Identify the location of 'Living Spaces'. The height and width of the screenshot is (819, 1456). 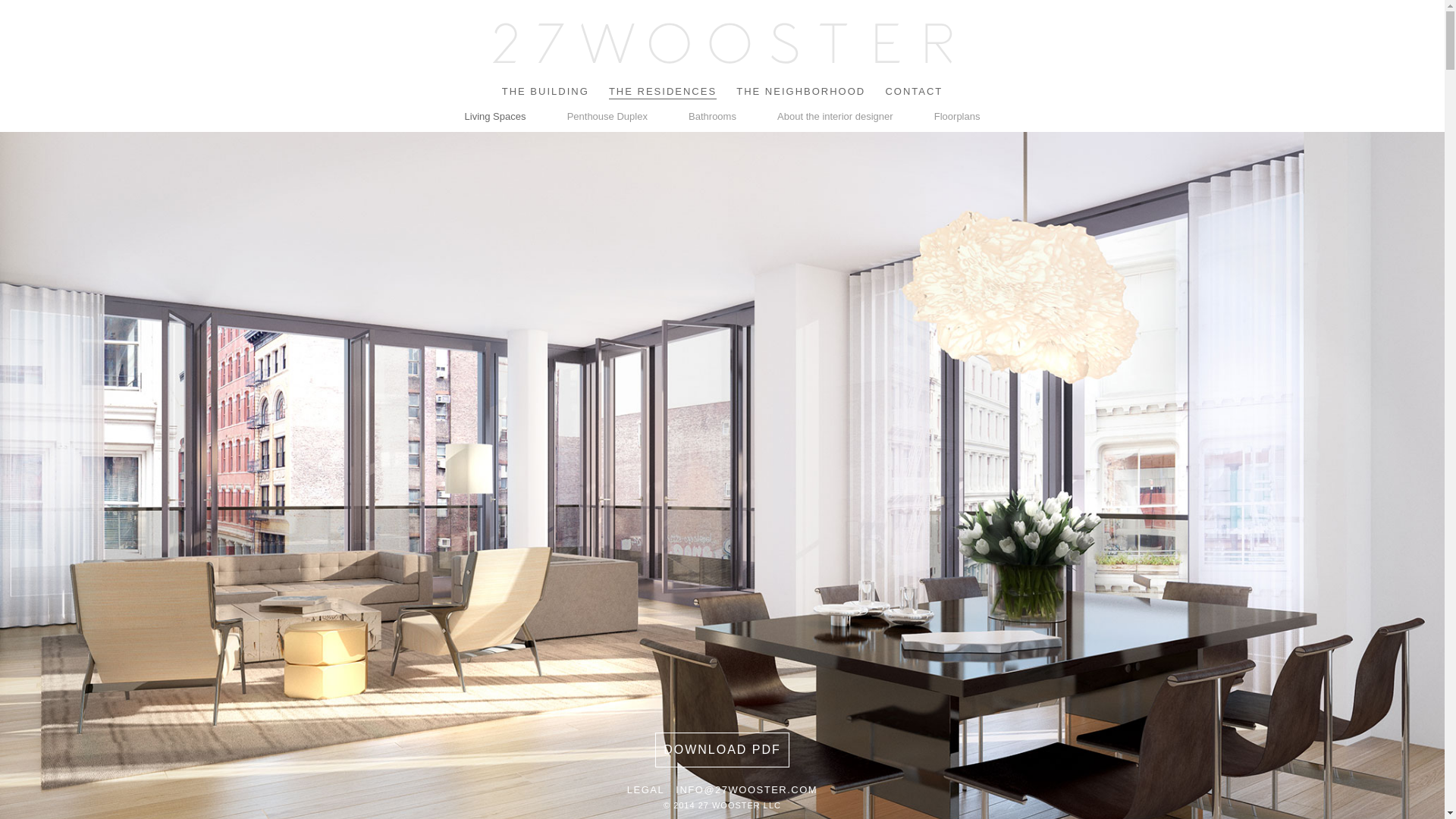
(495, 115).